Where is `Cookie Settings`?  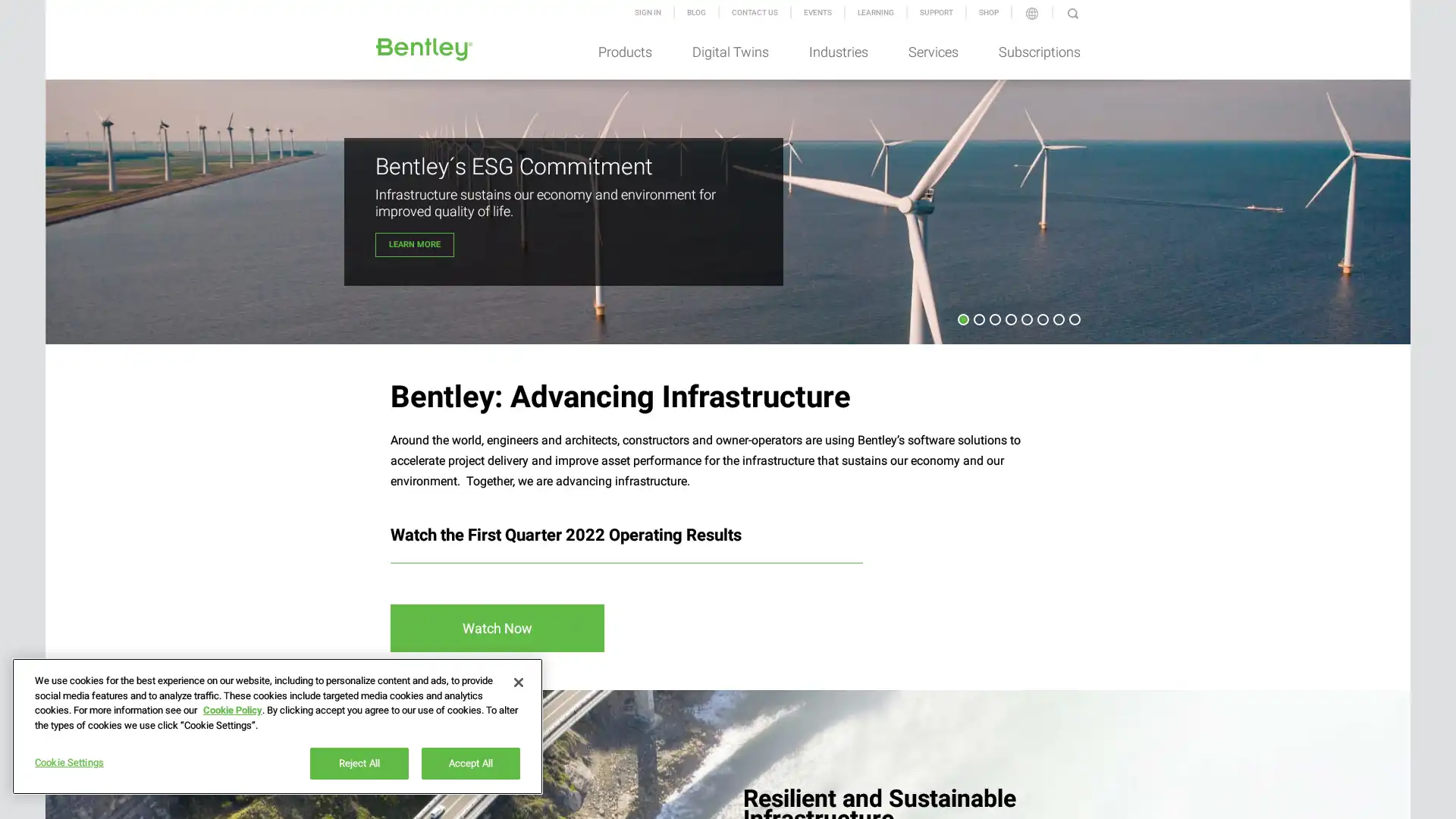 Cookie Settings is located at coordinates (100, 763).